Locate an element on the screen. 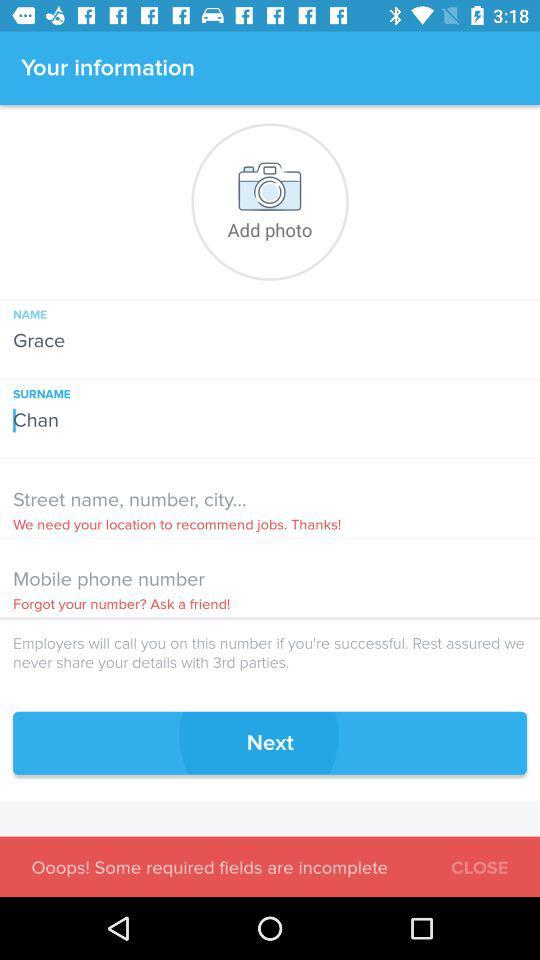  item to the right of the ooops some required item is located at coordinates (478, 864).